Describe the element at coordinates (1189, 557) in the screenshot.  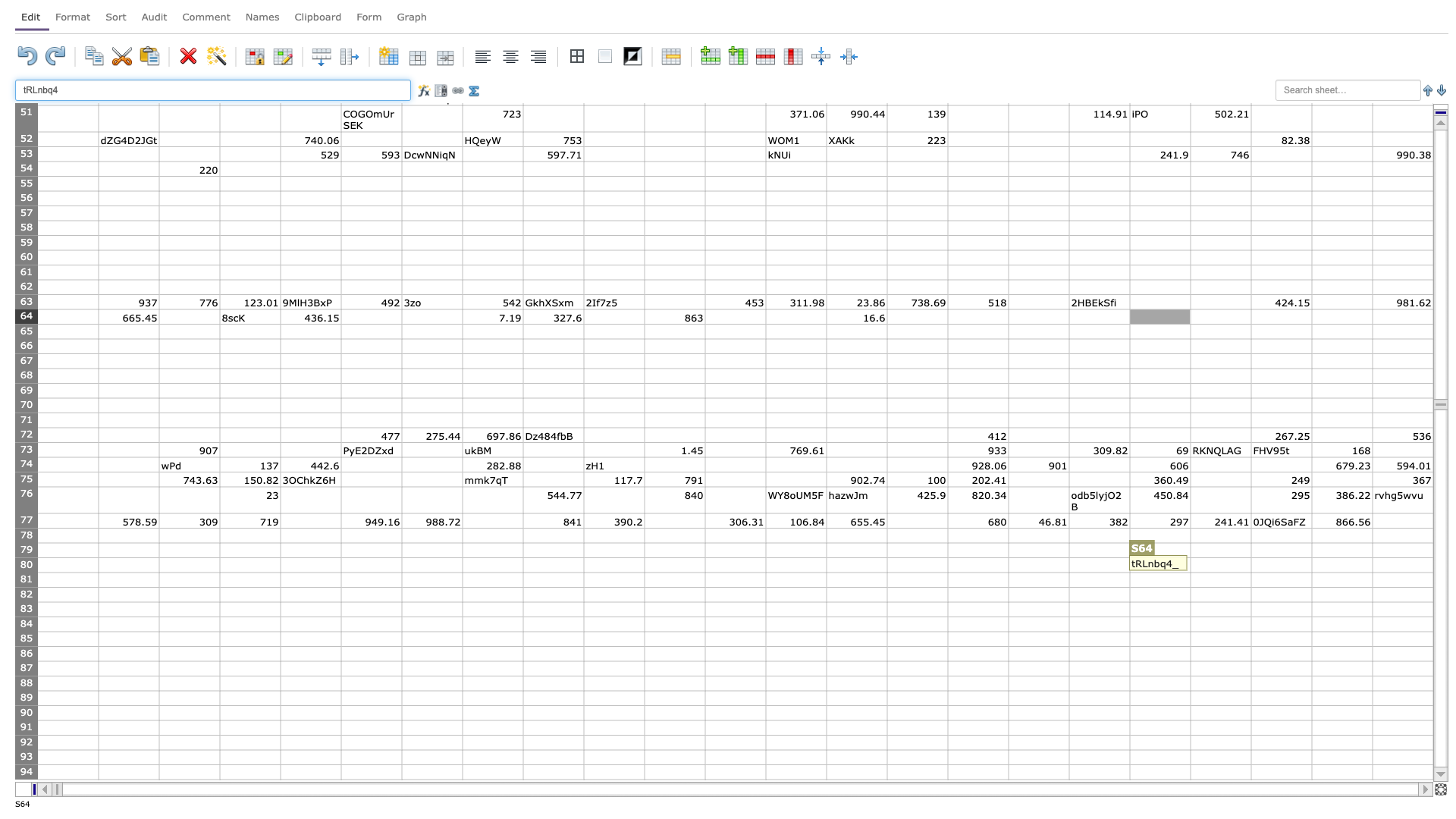
I see `Top left corner of cell T-80` at that location.